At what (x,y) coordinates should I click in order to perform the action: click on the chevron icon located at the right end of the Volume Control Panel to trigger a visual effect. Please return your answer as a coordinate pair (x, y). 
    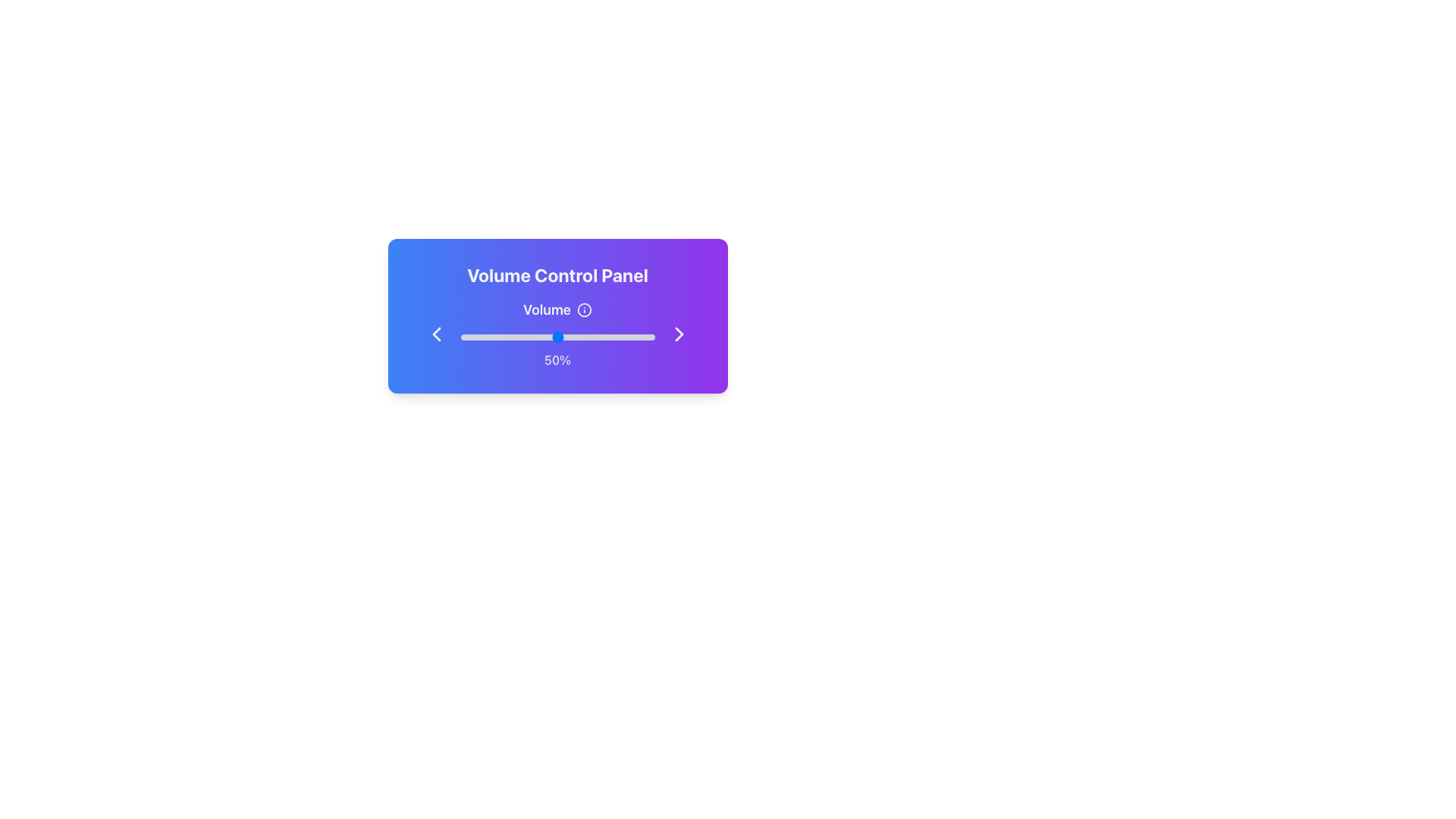
    Looking at the image, I should click on (678, 333).